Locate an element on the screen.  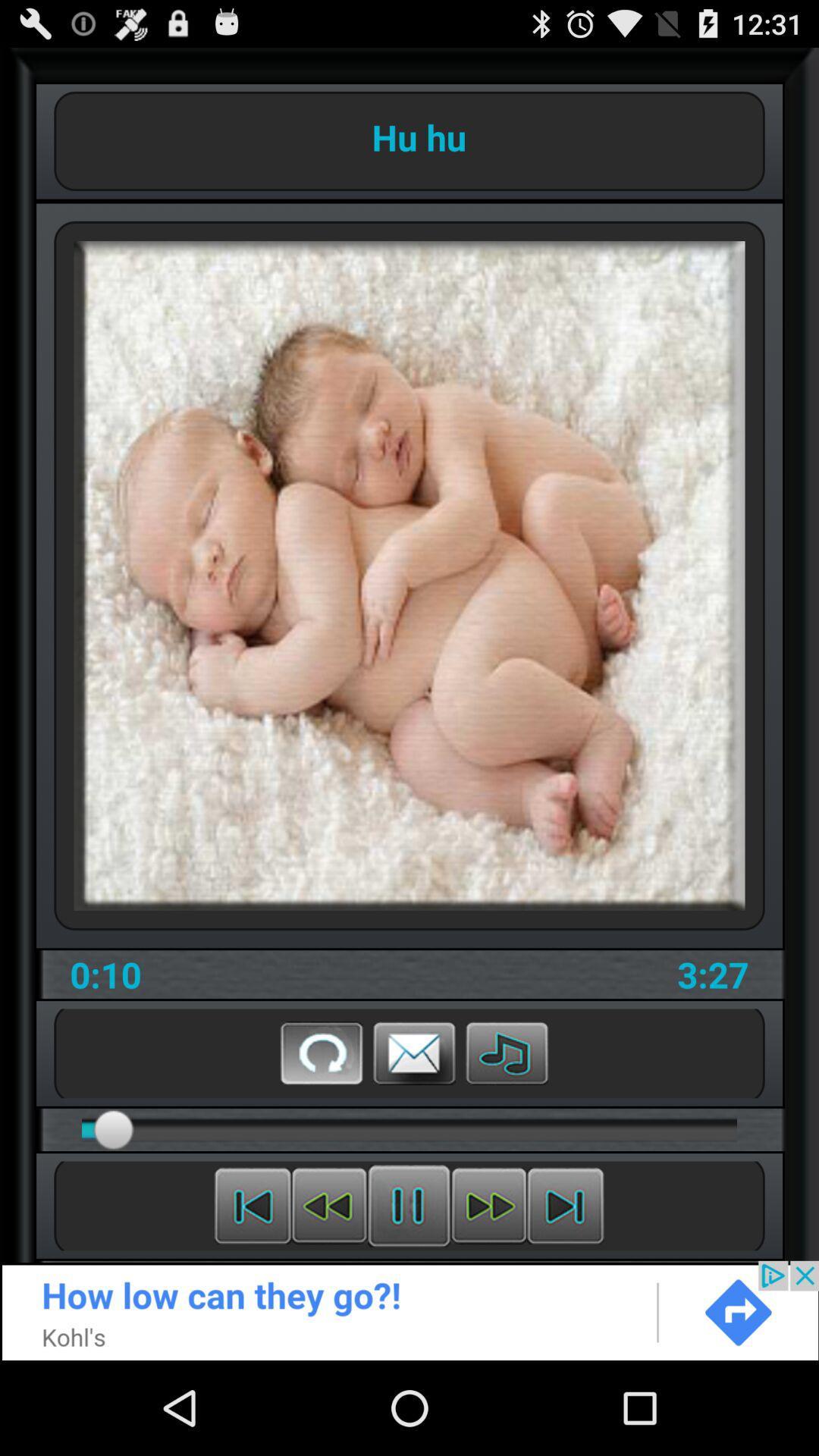
refresh is located at coordinates (321, 1052).